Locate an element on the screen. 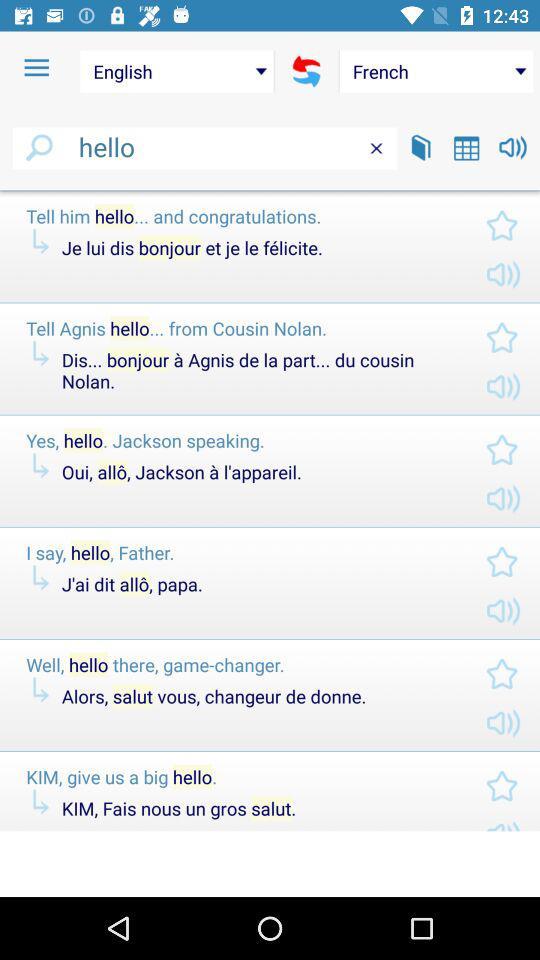 Image resolution: width=540 pixels, height=960 pixels. j ai dit item is located at coordinates (257, 584).